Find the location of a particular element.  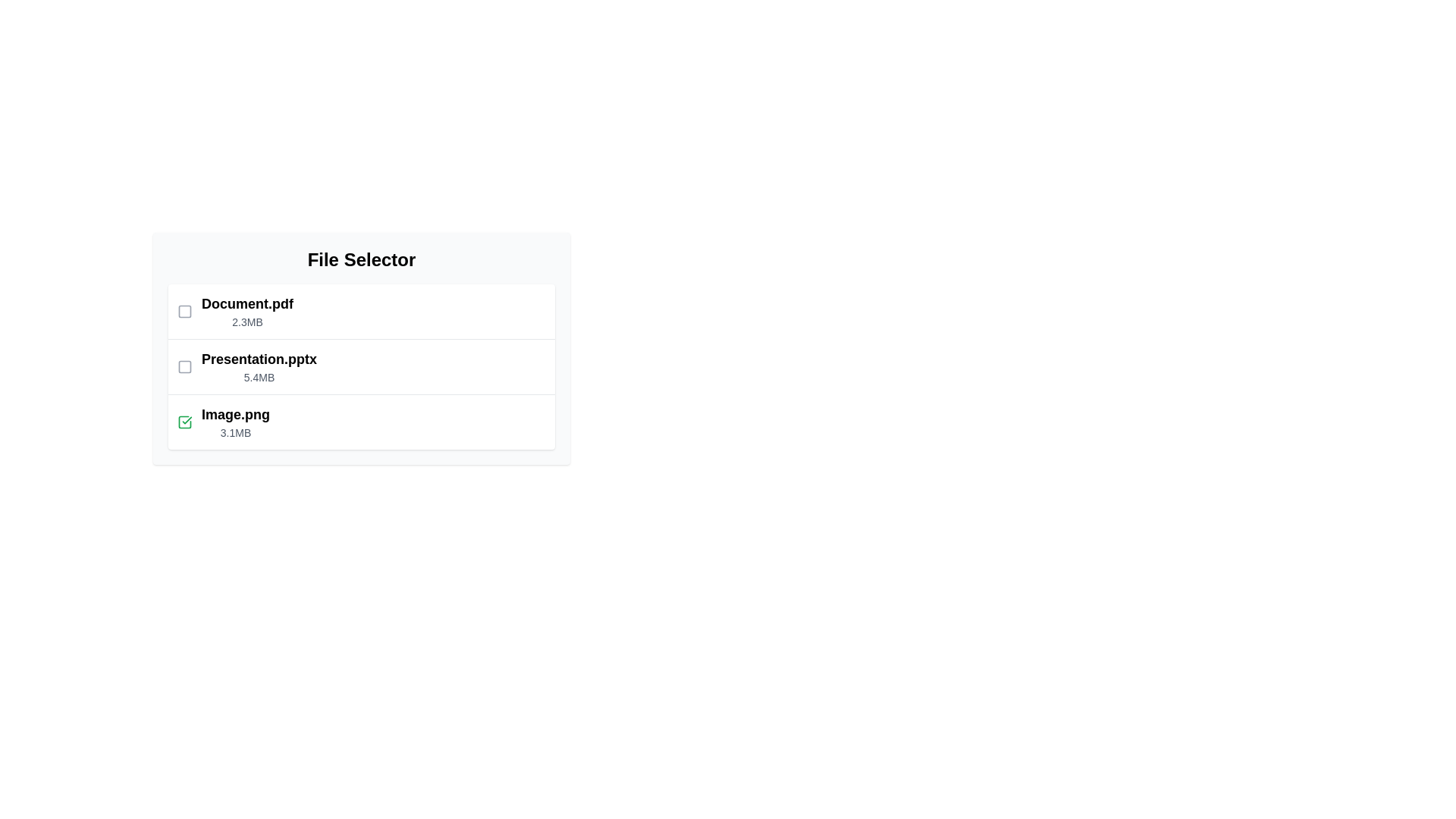

the file Document.pdf by clicking its checkbox is located at coordinates (184, 311).